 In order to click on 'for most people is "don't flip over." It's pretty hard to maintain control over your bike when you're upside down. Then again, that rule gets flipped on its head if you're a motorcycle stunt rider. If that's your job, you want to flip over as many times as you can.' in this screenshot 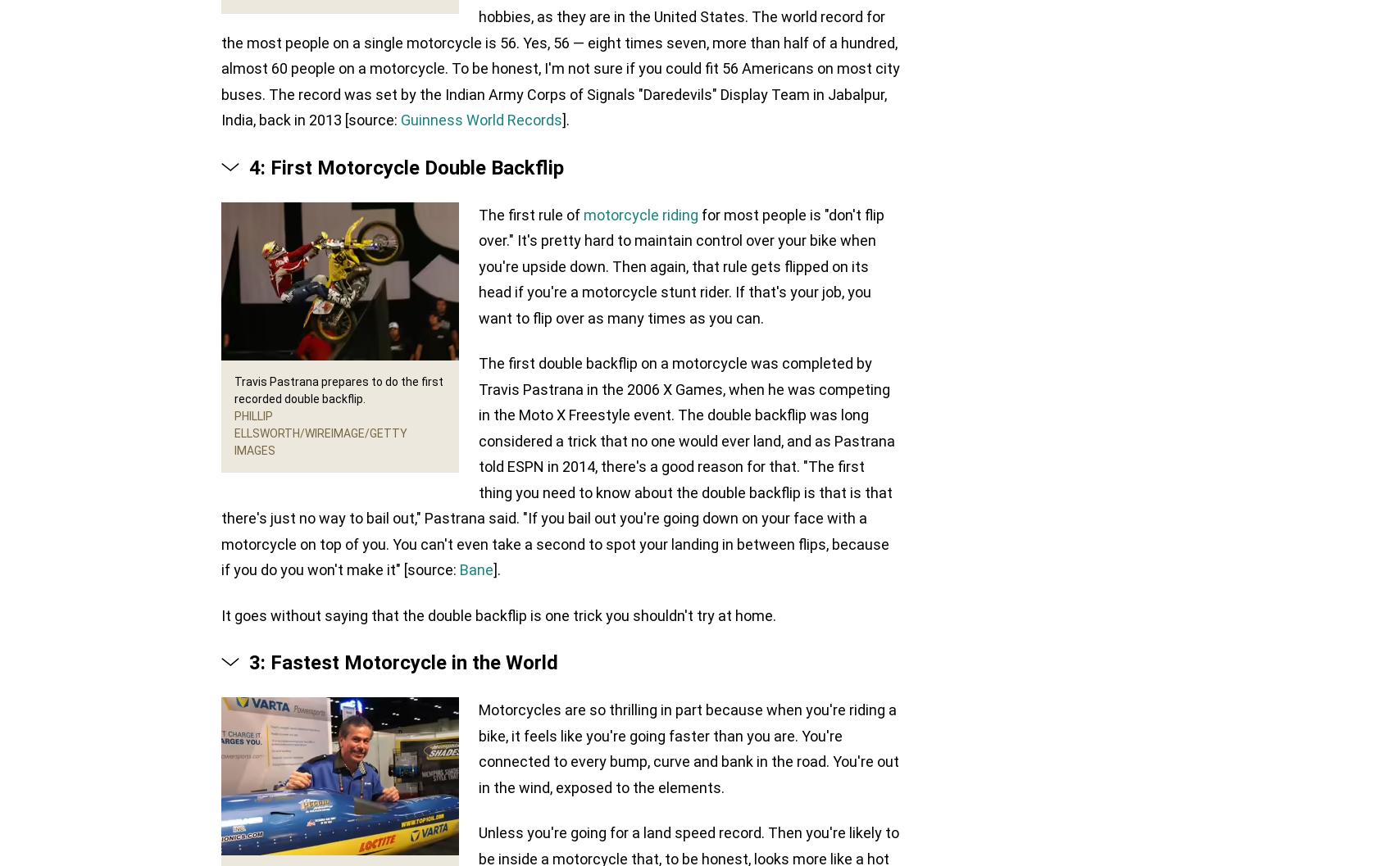, I will do `click(478, 265)`.